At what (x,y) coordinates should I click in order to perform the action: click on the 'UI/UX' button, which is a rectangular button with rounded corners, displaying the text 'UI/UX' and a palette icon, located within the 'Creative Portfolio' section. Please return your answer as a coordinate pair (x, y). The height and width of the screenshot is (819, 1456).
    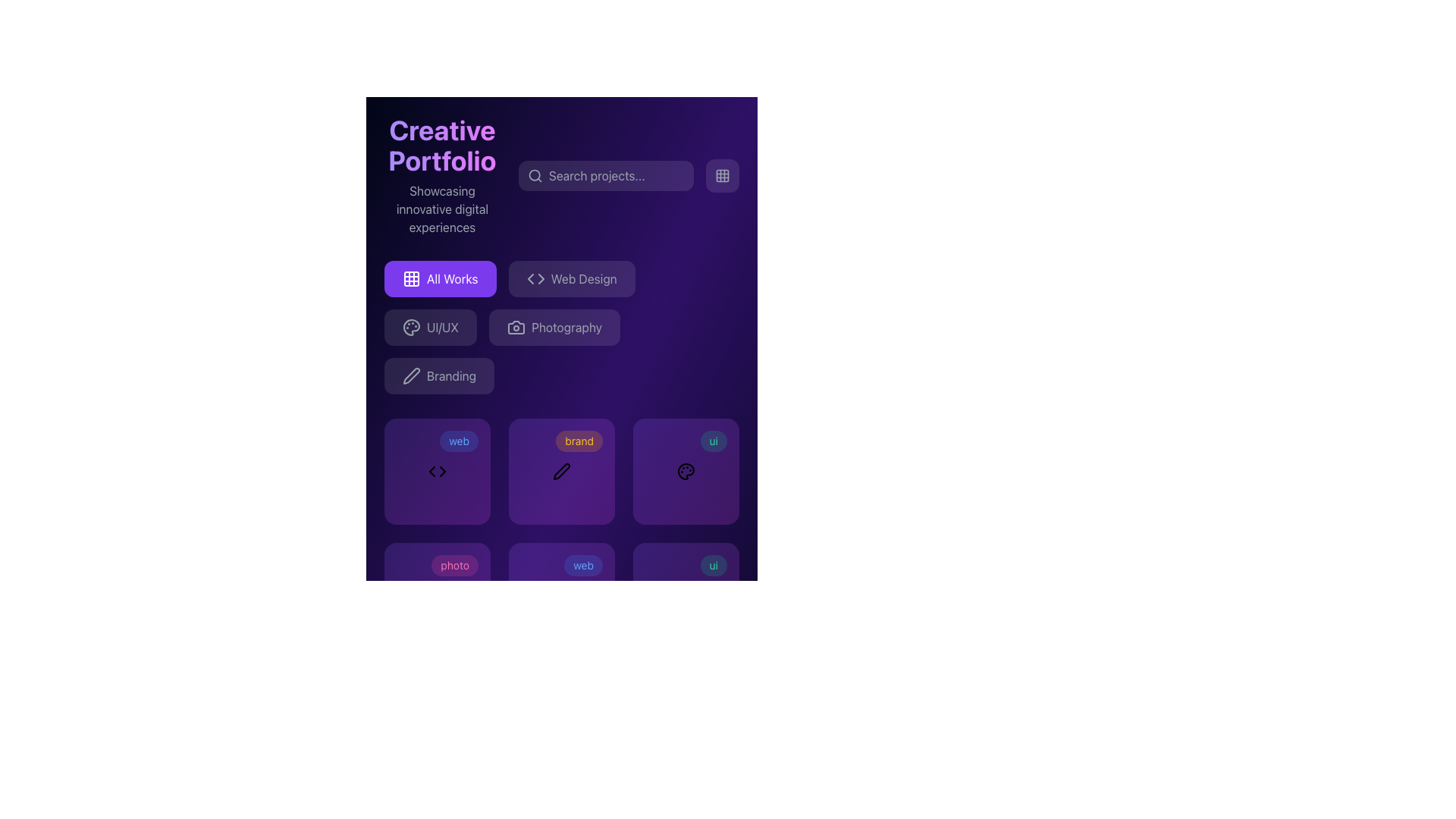
    Looking at the image, I should click on (429, 327).